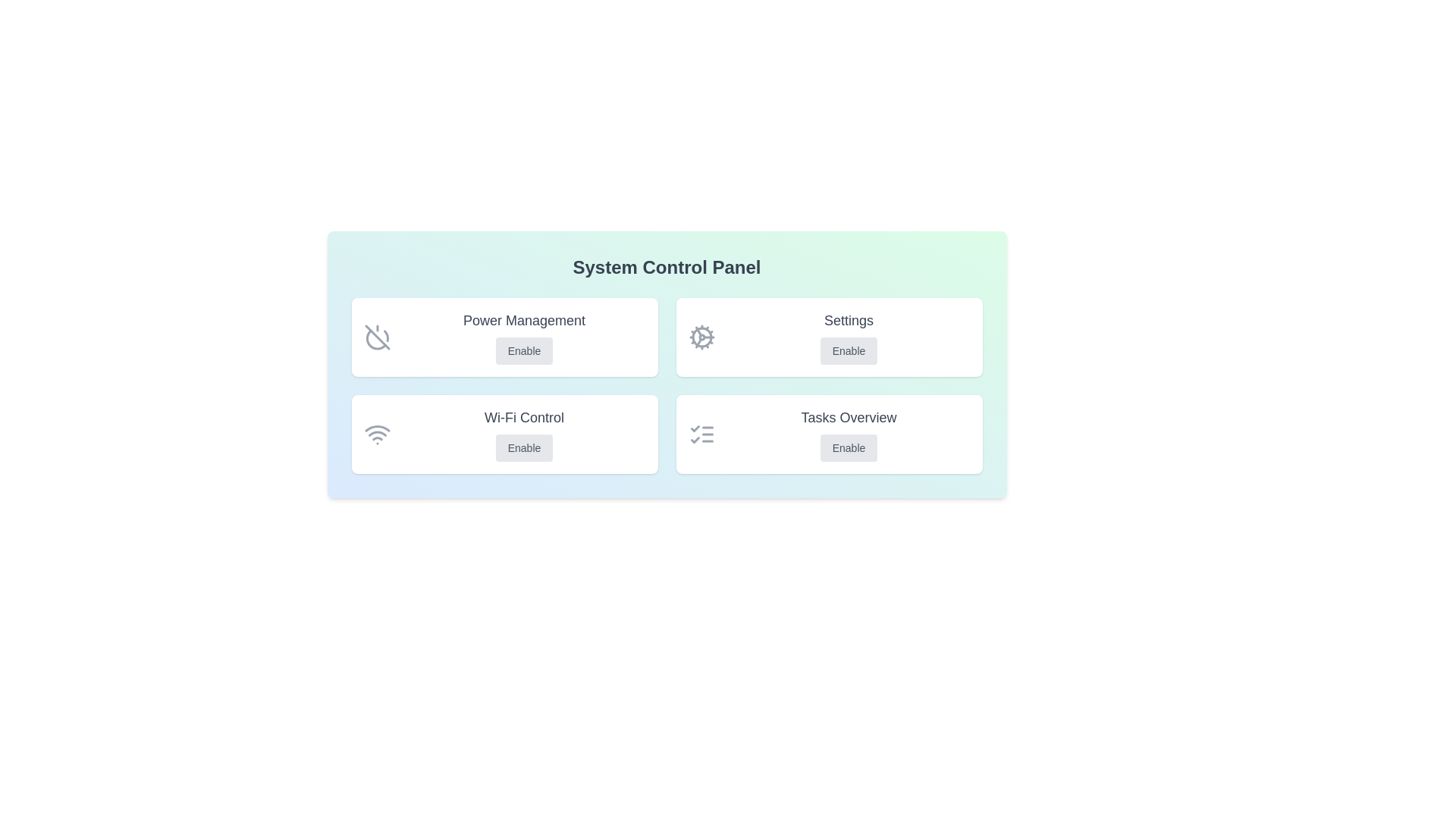  I want to click on the 'Settings' tile located in the upper right area of the grid layout, which contains an 'Enable' button for activation or setting toggle functionality, so click(828, 336).